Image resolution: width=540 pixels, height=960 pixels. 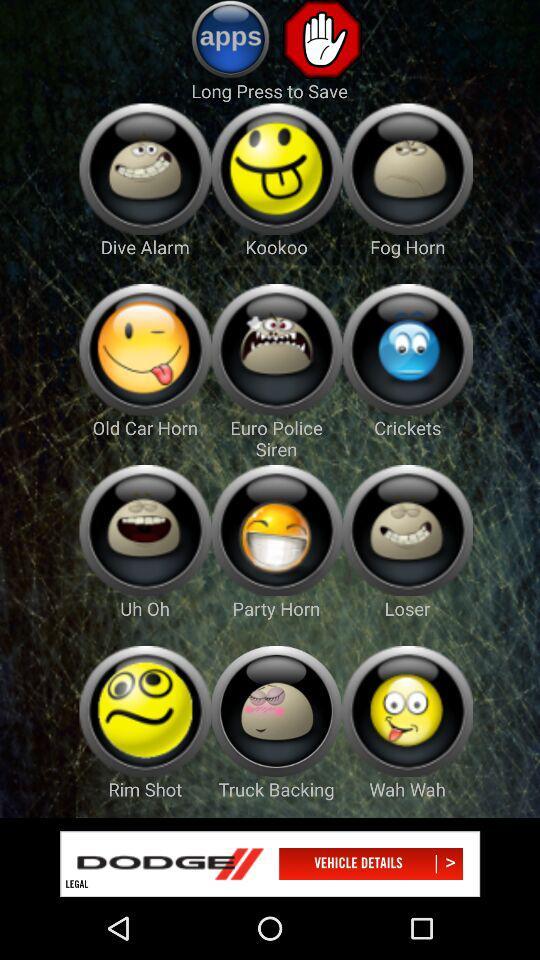 I want to click on an option, so click(x=275, y=168).